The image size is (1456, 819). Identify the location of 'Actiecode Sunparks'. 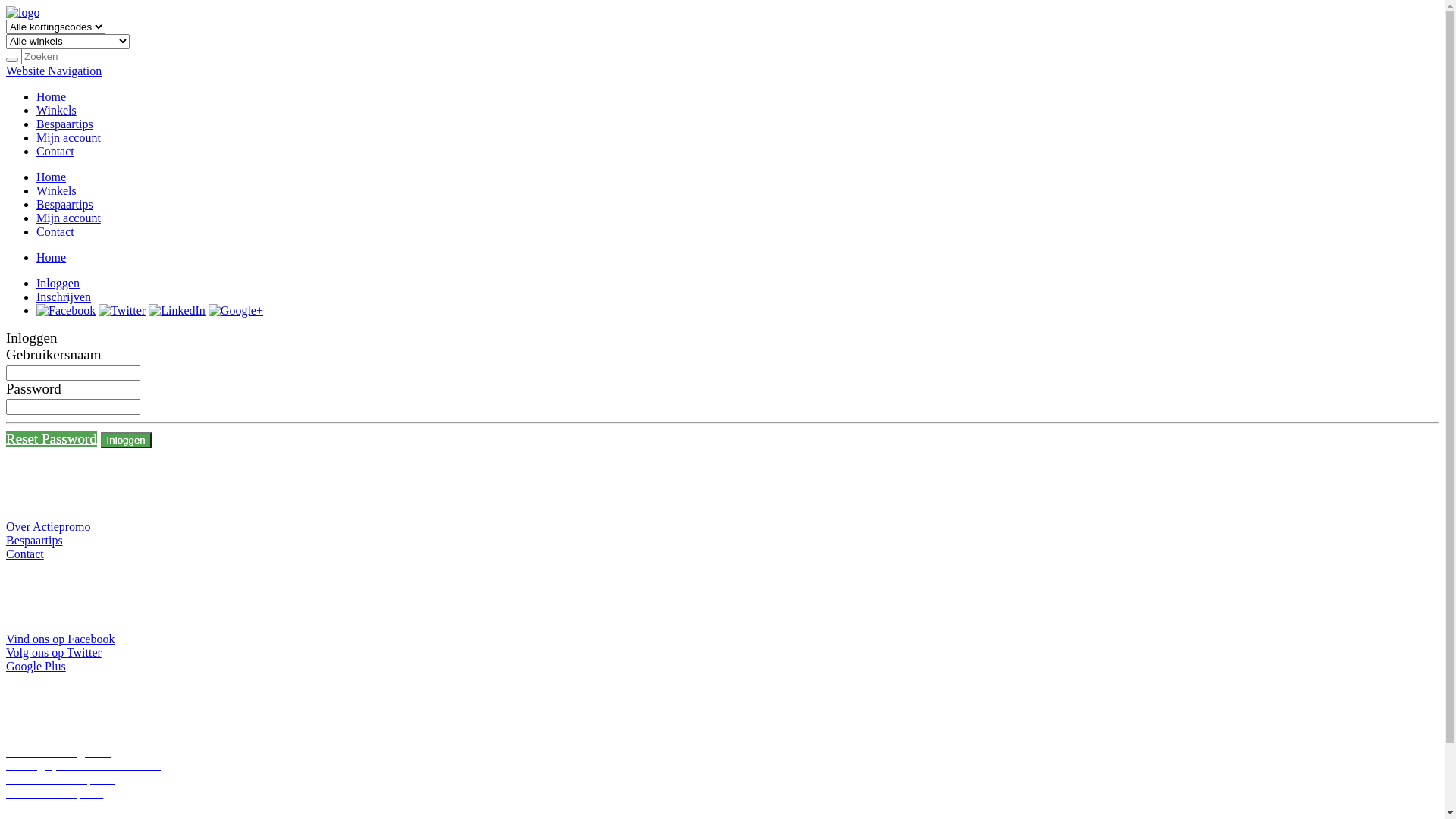
(6, 792).